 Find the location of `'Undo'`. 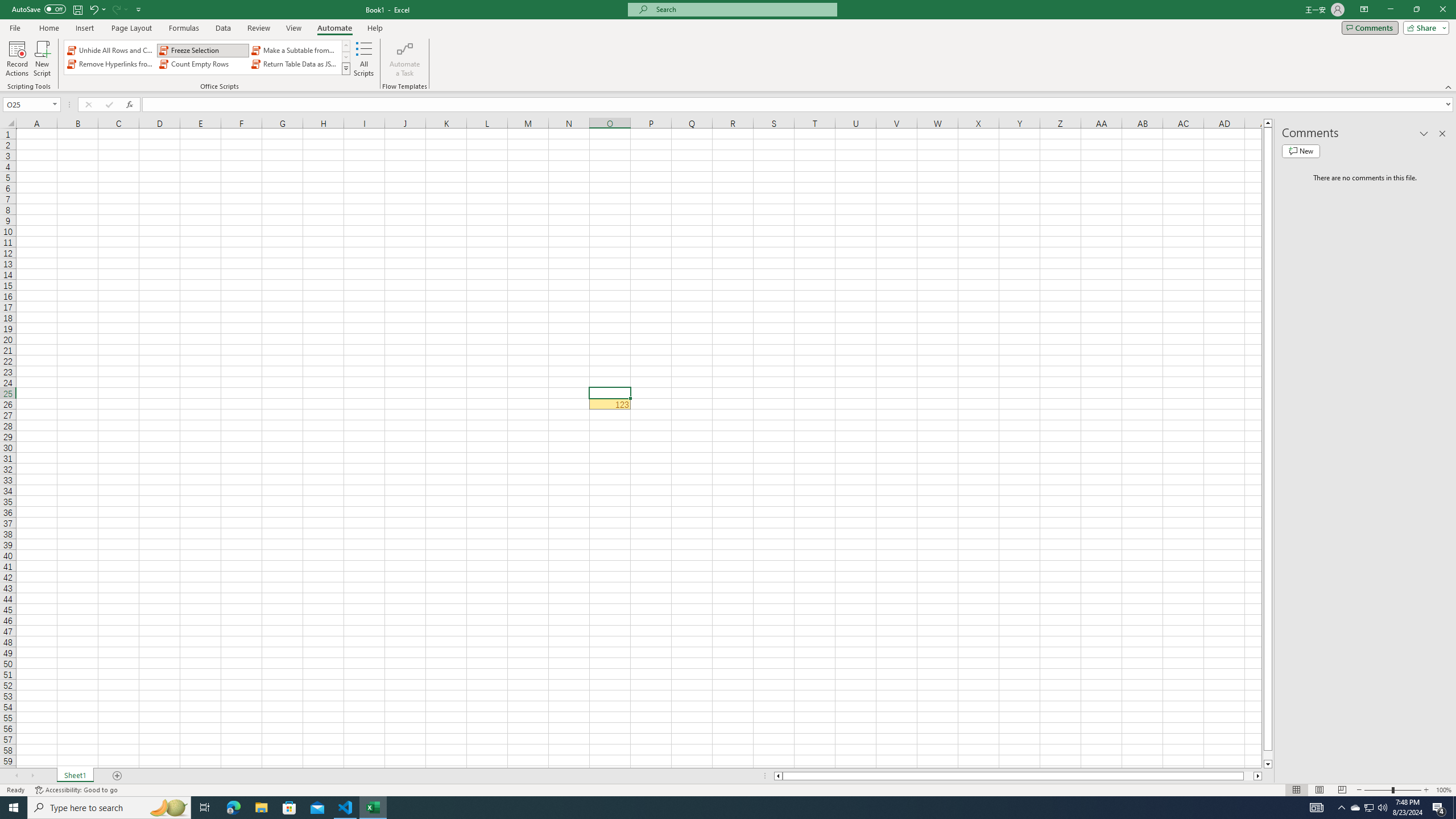

'Undo' is located at coordinates (93, 9).